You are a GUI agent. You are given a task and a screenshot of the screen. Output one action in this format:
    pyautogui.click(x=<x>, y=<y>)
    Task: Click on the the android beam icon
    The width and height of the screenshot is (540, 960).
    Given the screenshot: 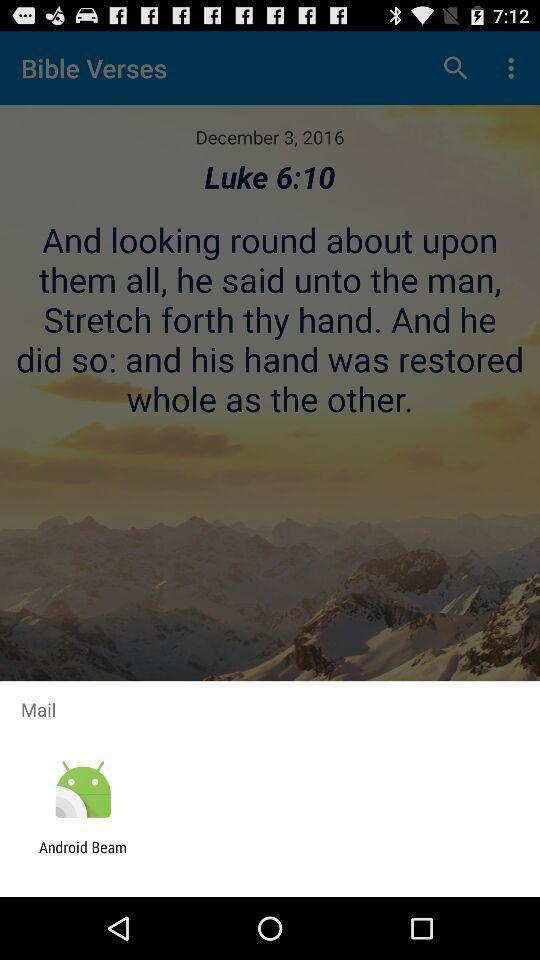 What is the action you would take?
    pyautogui.click(x=82, y=855)
    